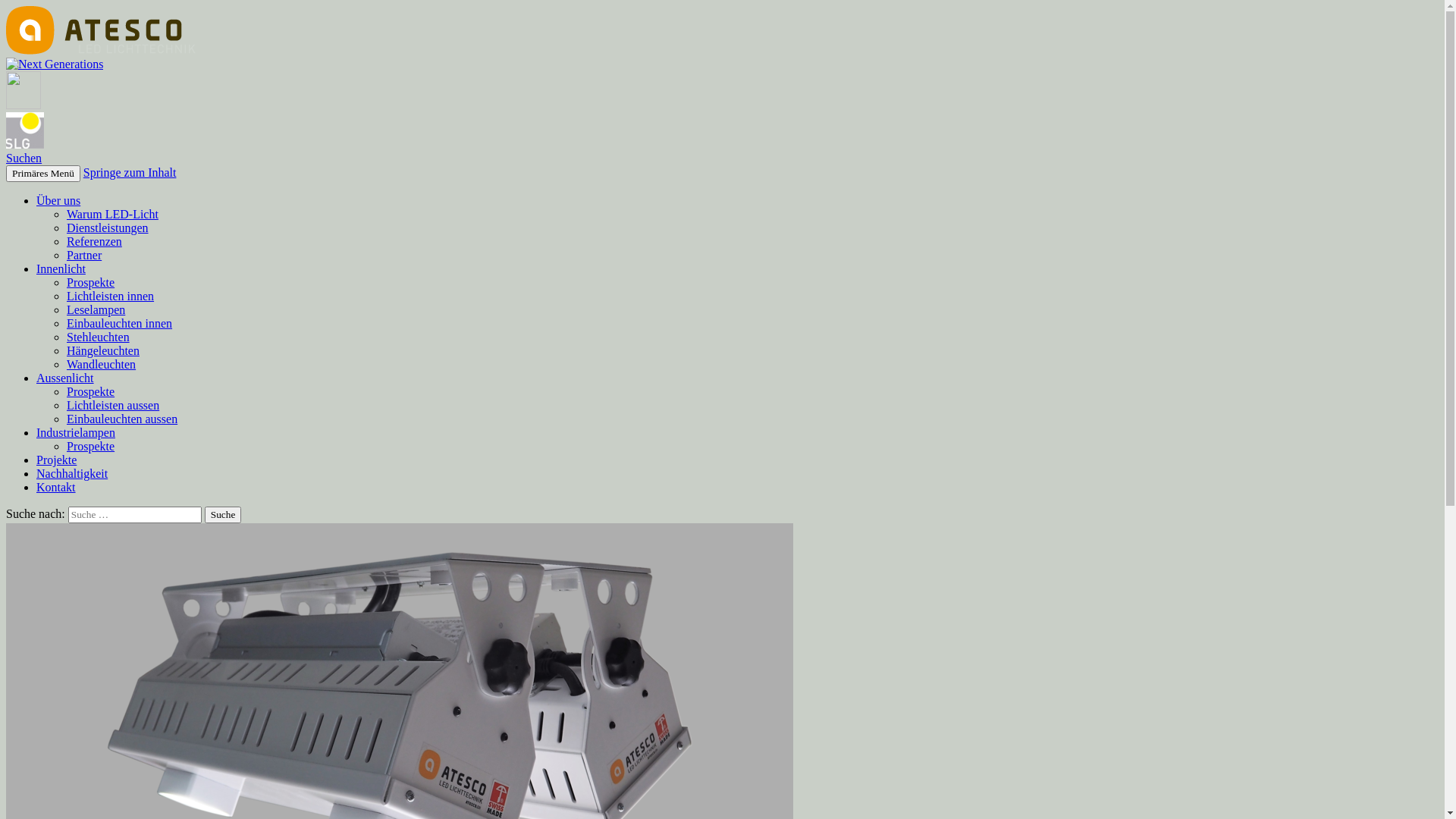 This screenshot has height=819, width=1456. What do you see at coordinates (222, 513) in the screenshot?
I see `'Suche'` at bounding box center [222, 513].